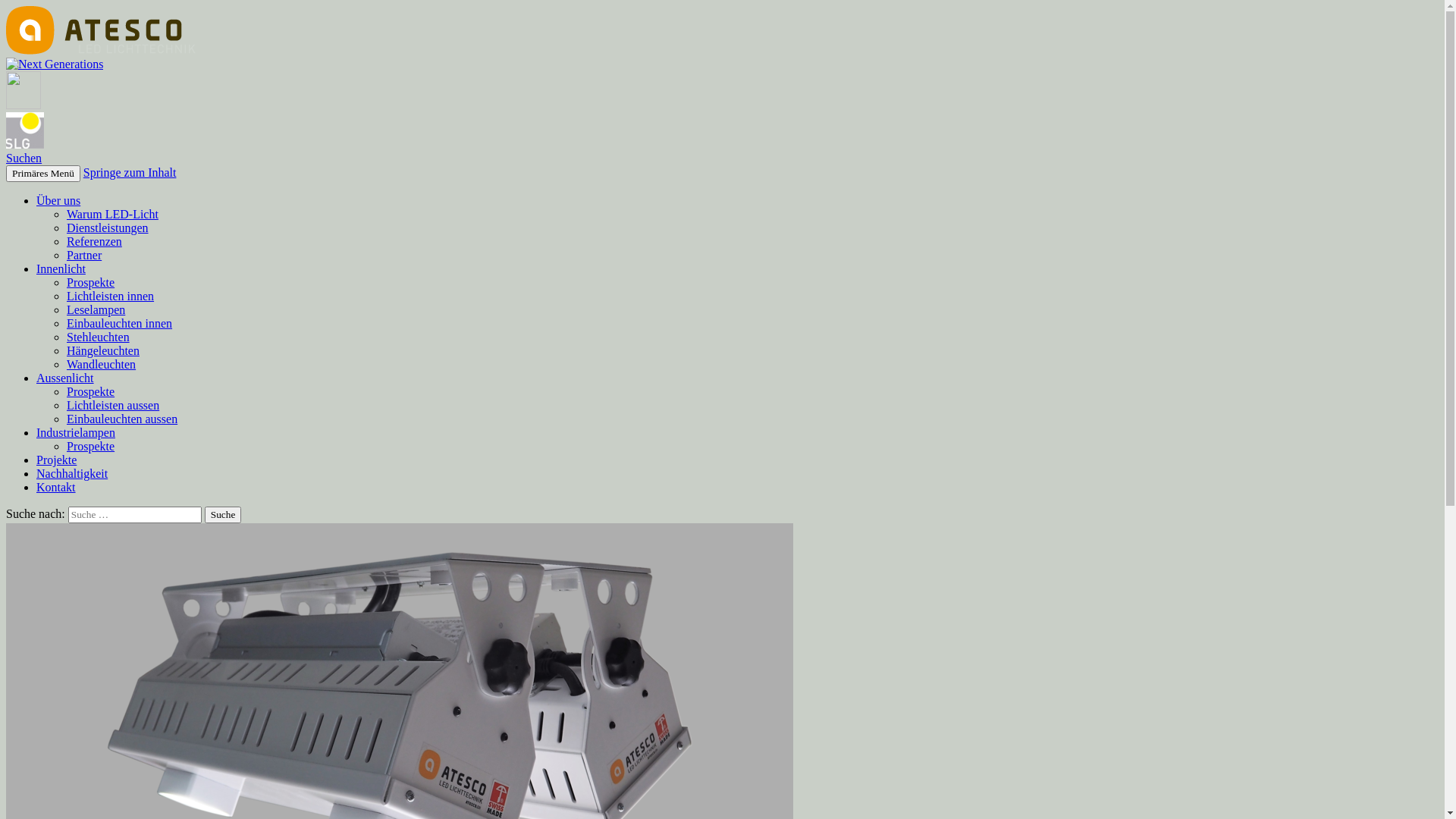 This screenshot has height=819, width=1456. What do you see at coordinates (222, 513) in the screenshot?
I see `'Suche'` at bounding box center [222, 513].